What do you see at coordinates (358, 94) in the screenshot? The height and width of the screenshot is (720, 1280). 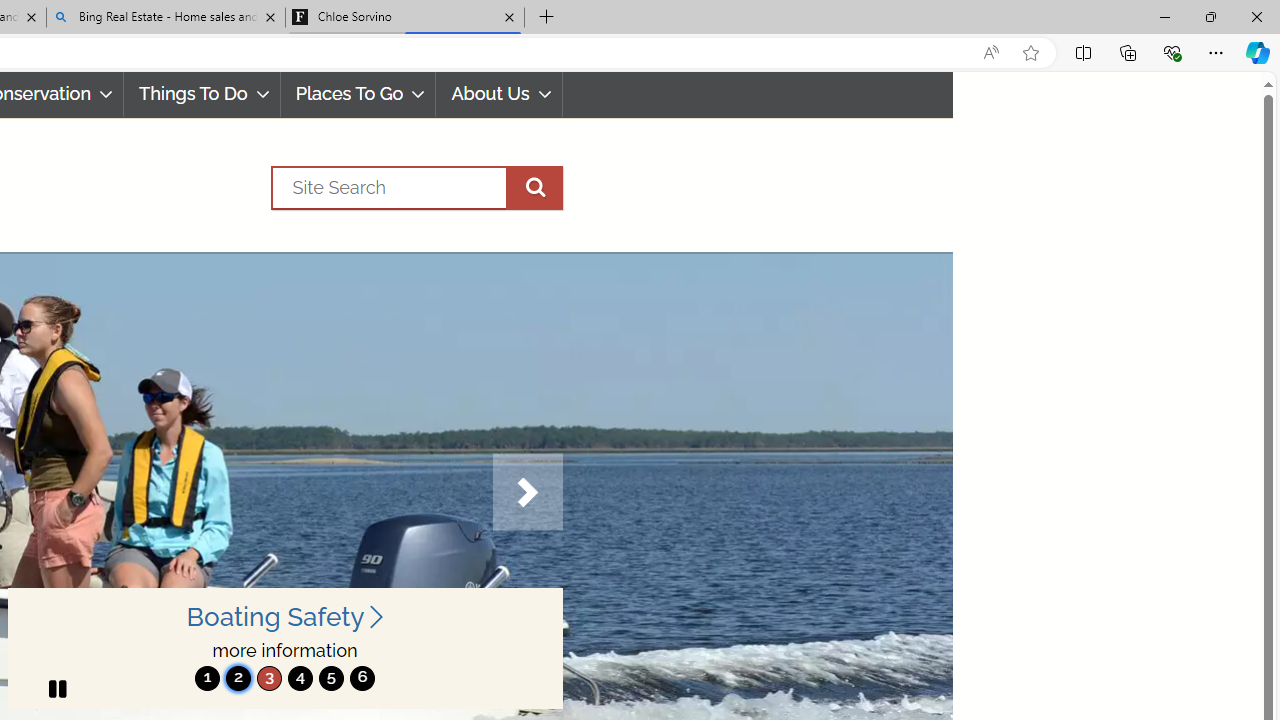 I see `'Places To Go'` at bounding box center [358, 94].